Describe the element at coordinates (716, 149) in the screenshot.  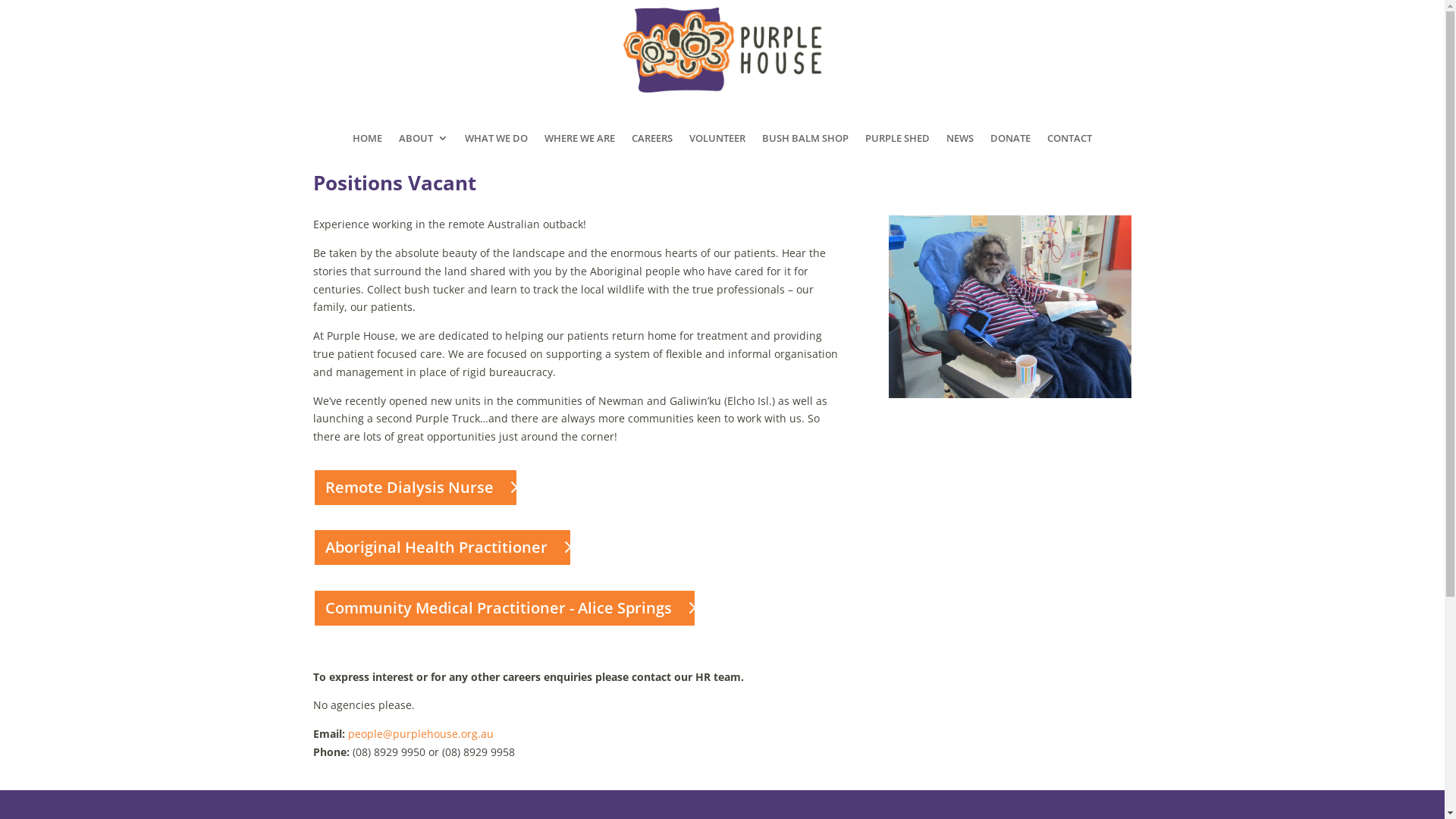
I see `'VOLUNTEER'` at that location.